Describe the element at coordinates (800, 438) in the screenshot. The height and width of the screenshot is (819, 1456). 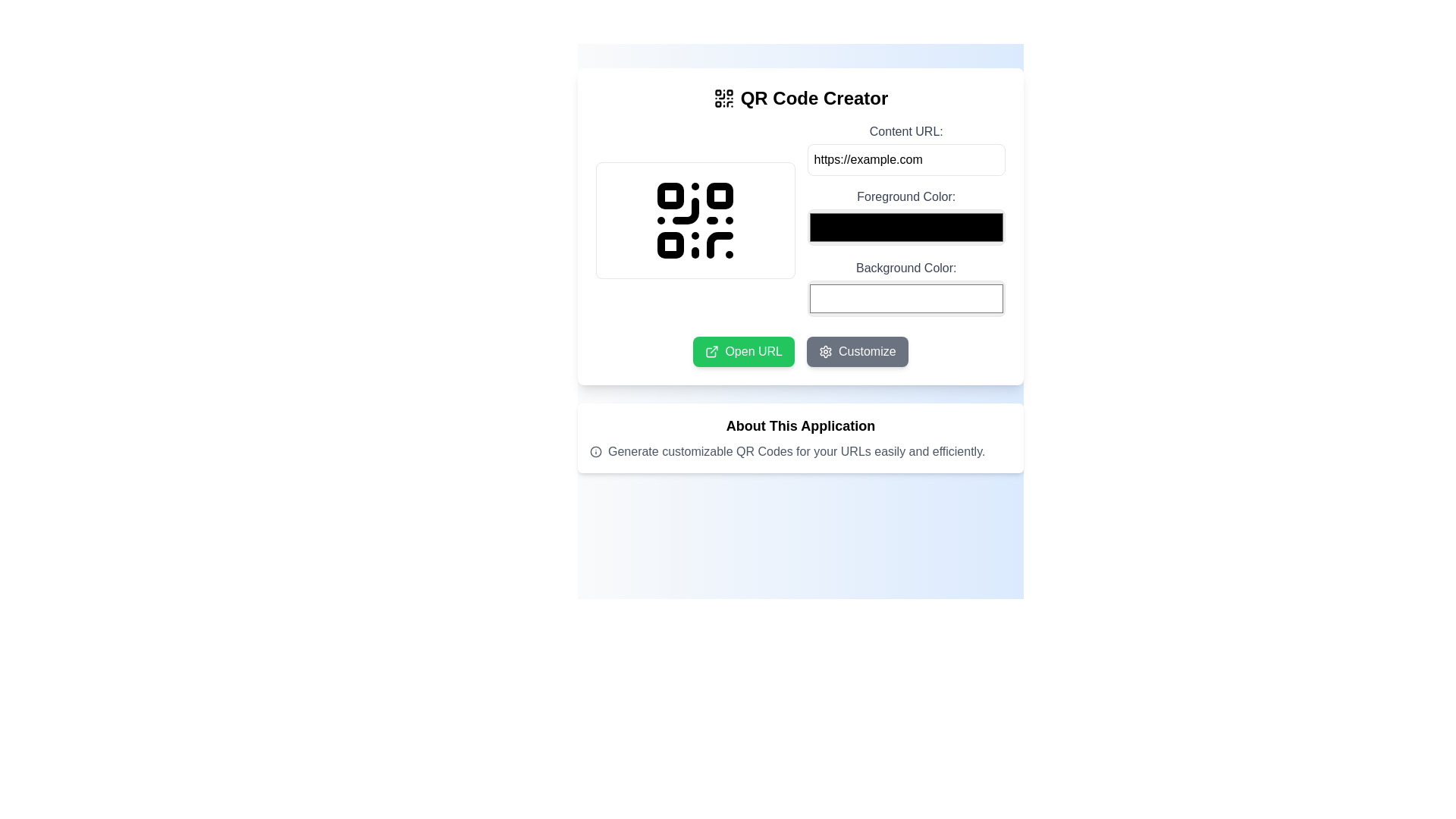
I see `the informational content section that provides details about generating customizable QR codes for URLs, located at the bottom of the main interface` at that location.